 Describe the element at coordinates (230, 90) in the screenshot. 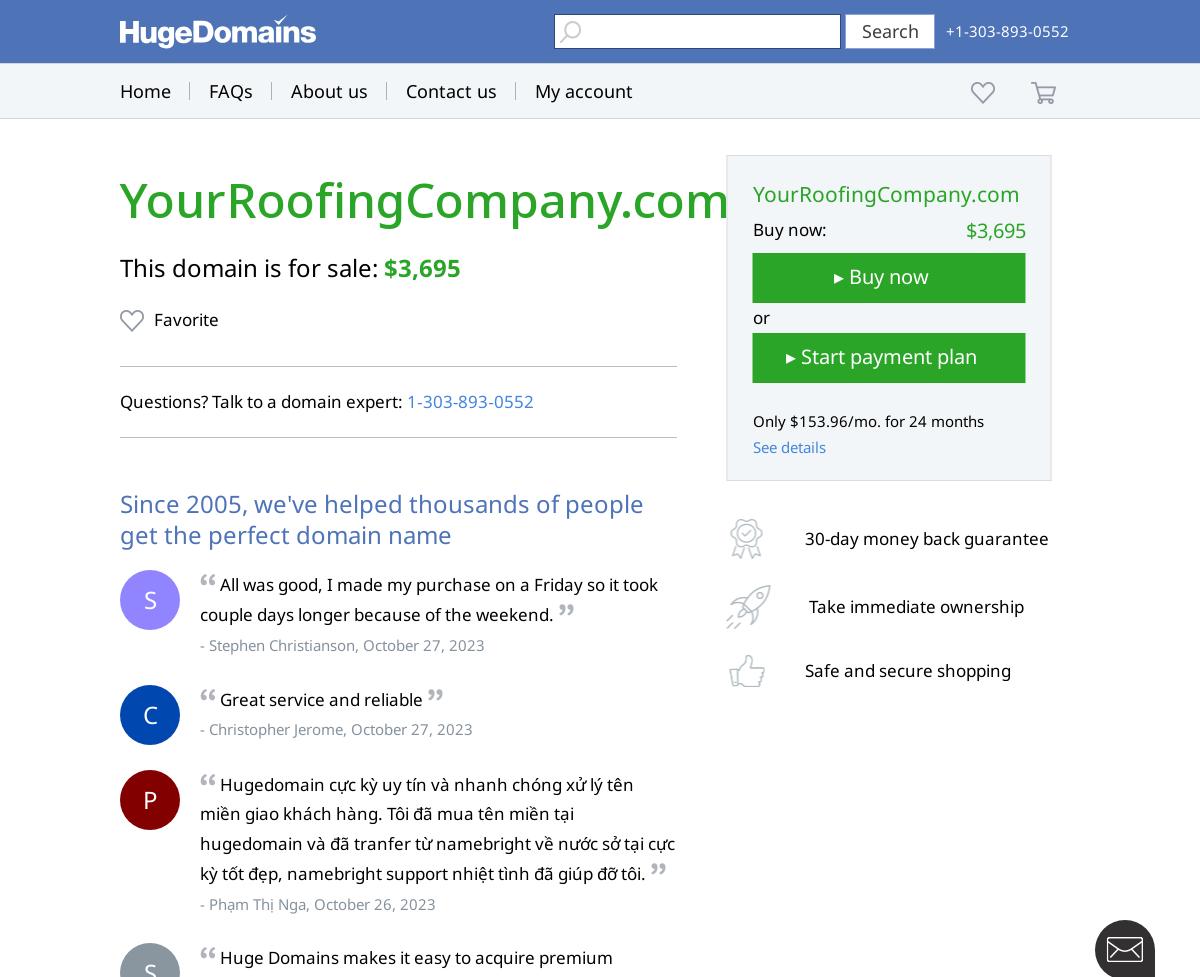

I see `'FAQs'` at that location.